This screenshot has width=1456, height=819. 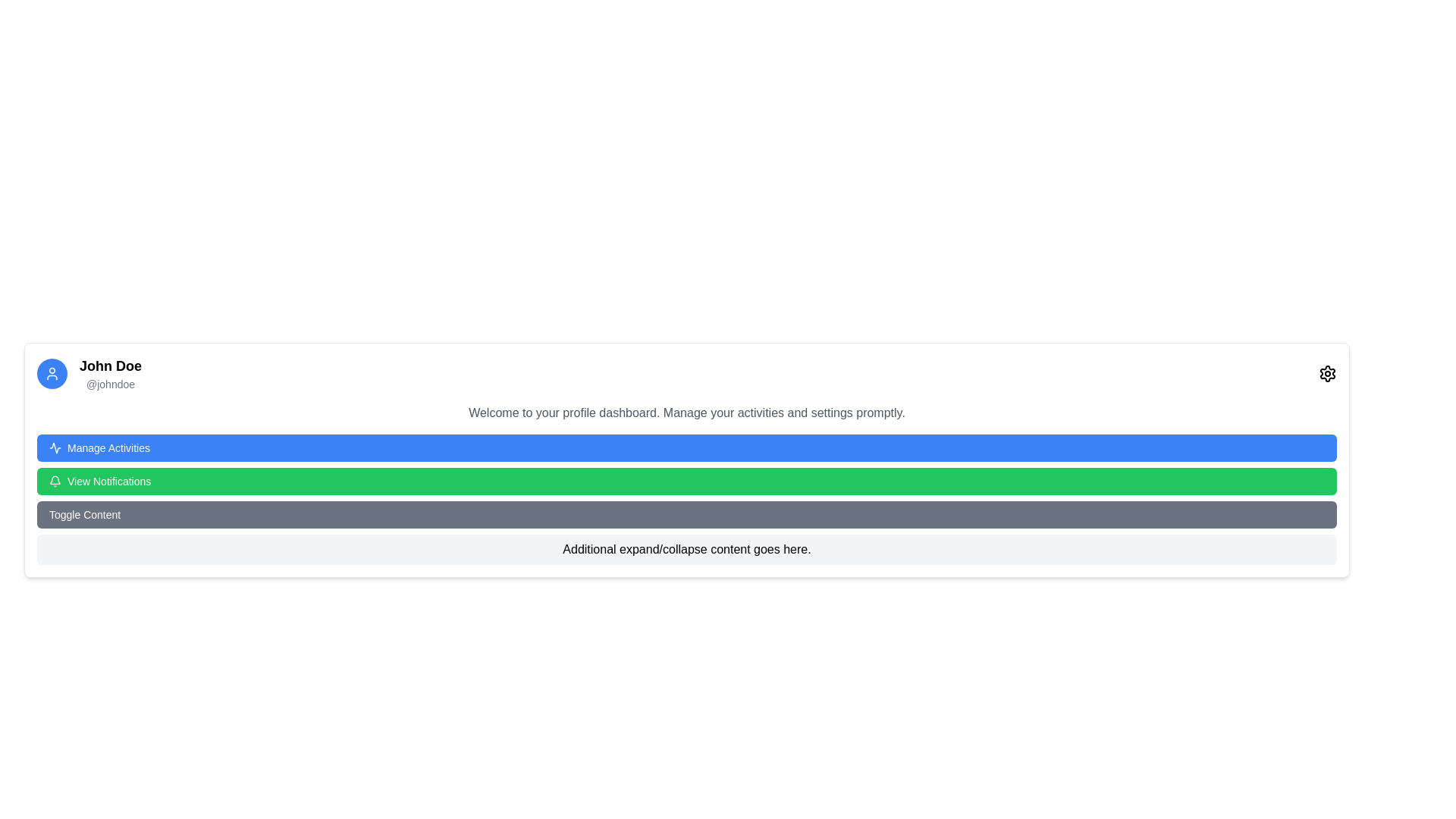 What do you see at coordinates (55, 447) in the screenshot?
I see `the graphical icon embedded within the 'Manage Activities' button, which represents 'activity' or 'operation' in the user interface` at bounding box center [55, 447].